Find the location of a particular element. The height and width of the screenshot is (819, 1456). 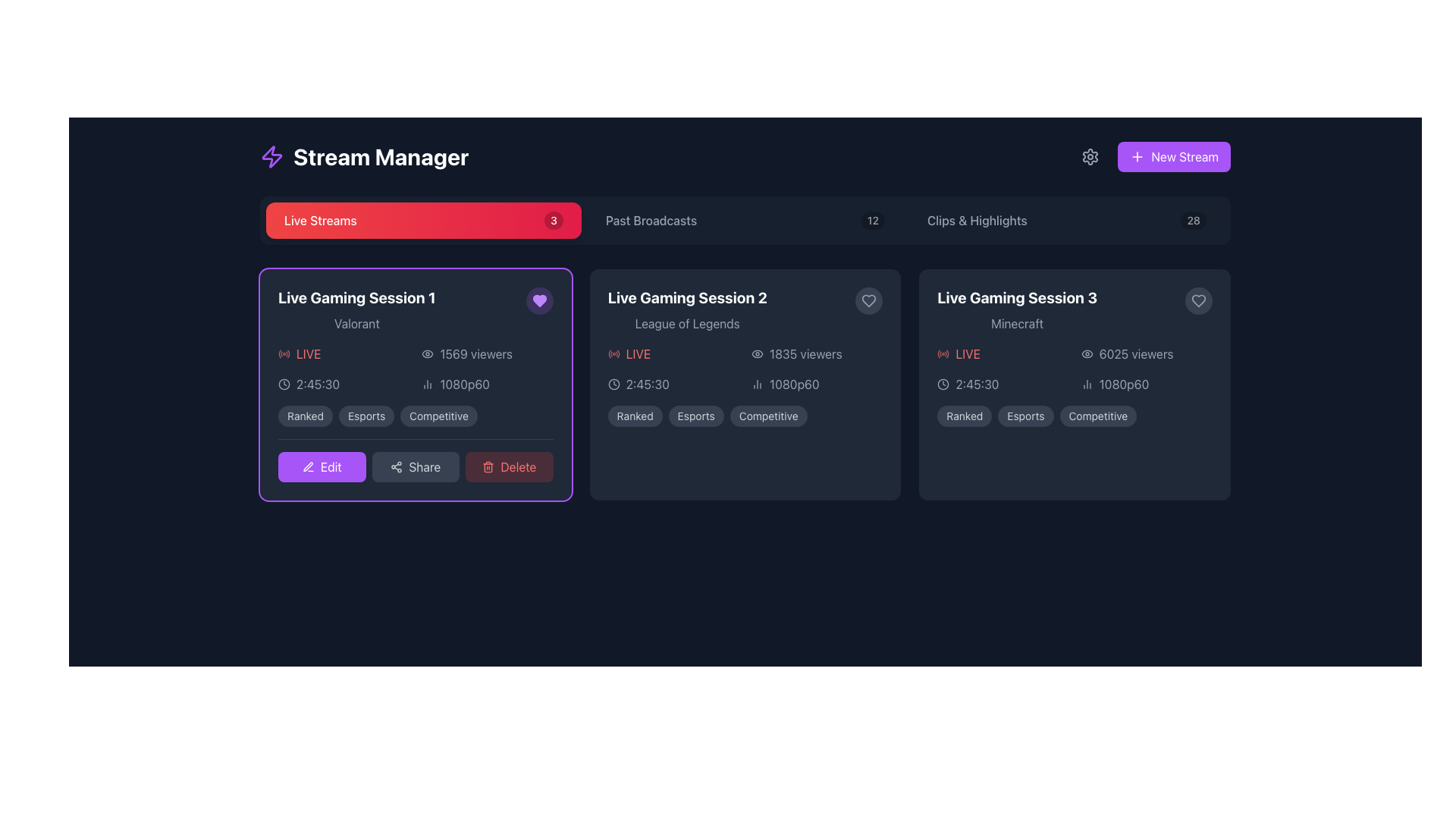

the timestamp text label element displaying '2:45:30', which is located above the video resolution text in the 'Live Gaming Session 3' section is located at coordinates (977, 383).